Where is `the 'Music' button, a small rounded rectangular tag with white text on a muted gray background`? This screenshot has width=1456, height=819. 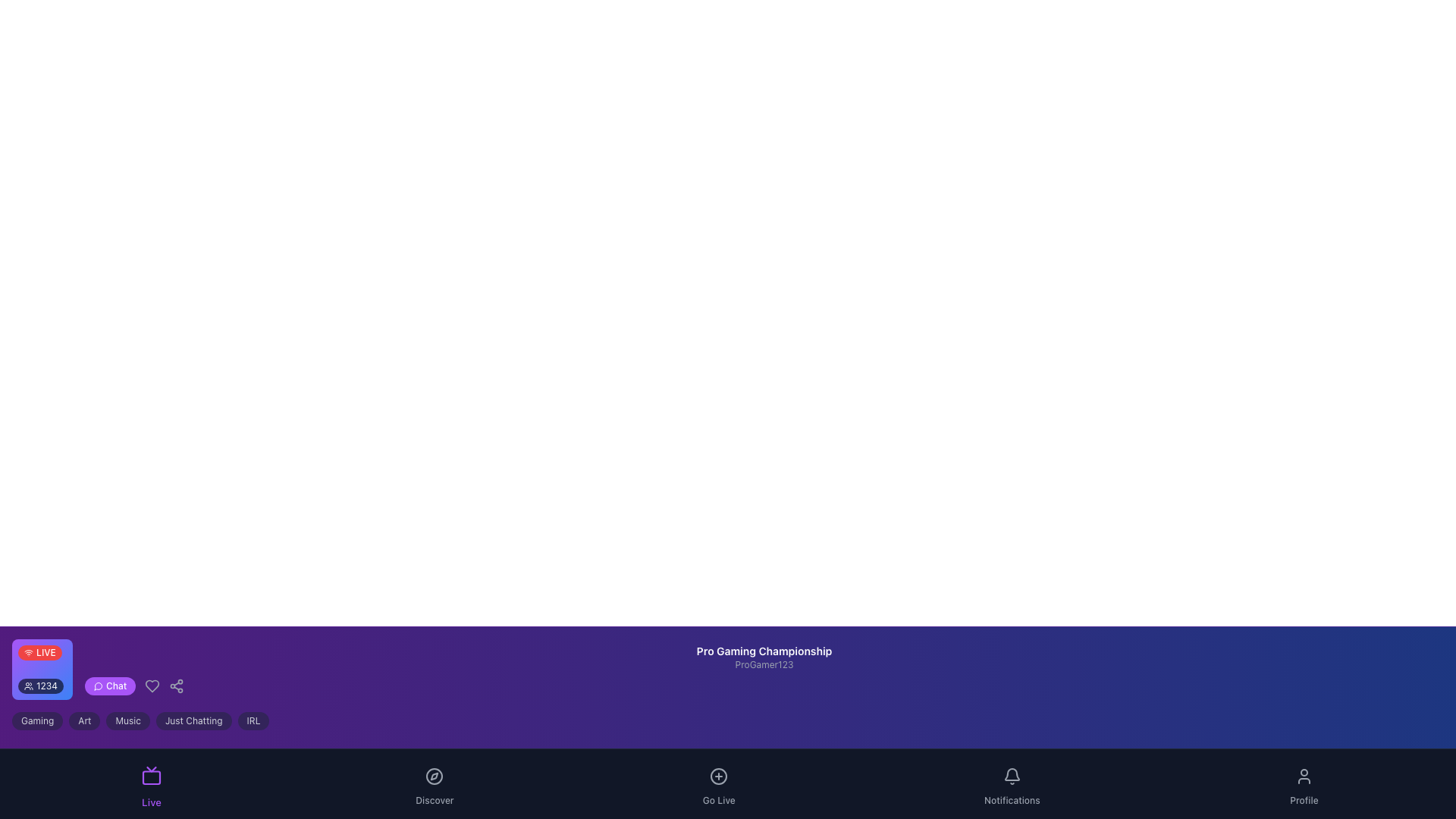
the 'Music' button, a small rounded rectangular tag with white text on a muted gray background is located at coordinates (128, 720).